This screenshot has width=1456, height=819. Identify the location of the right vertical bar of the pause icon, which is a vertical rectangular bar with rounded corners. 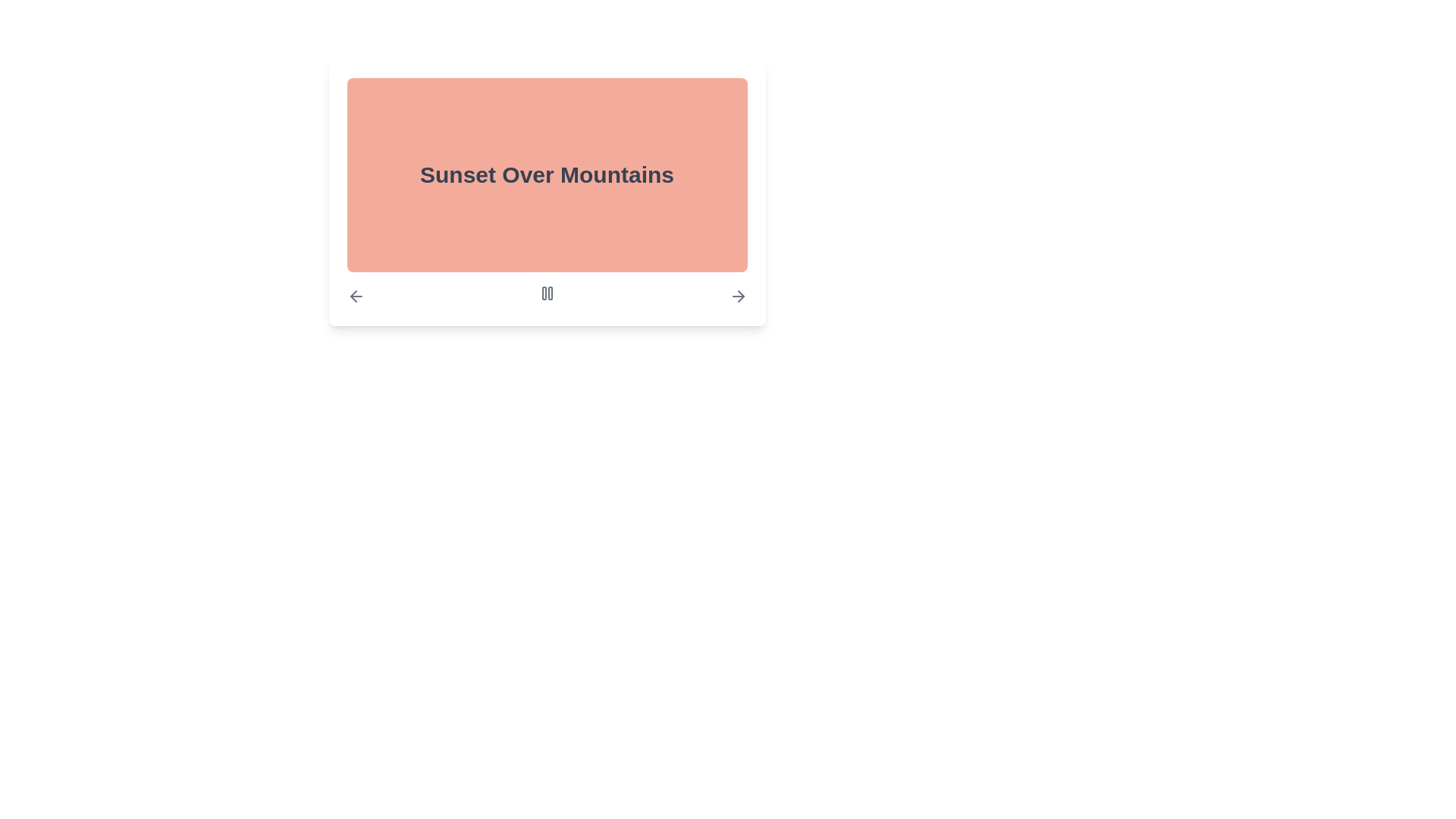
(549, 293).